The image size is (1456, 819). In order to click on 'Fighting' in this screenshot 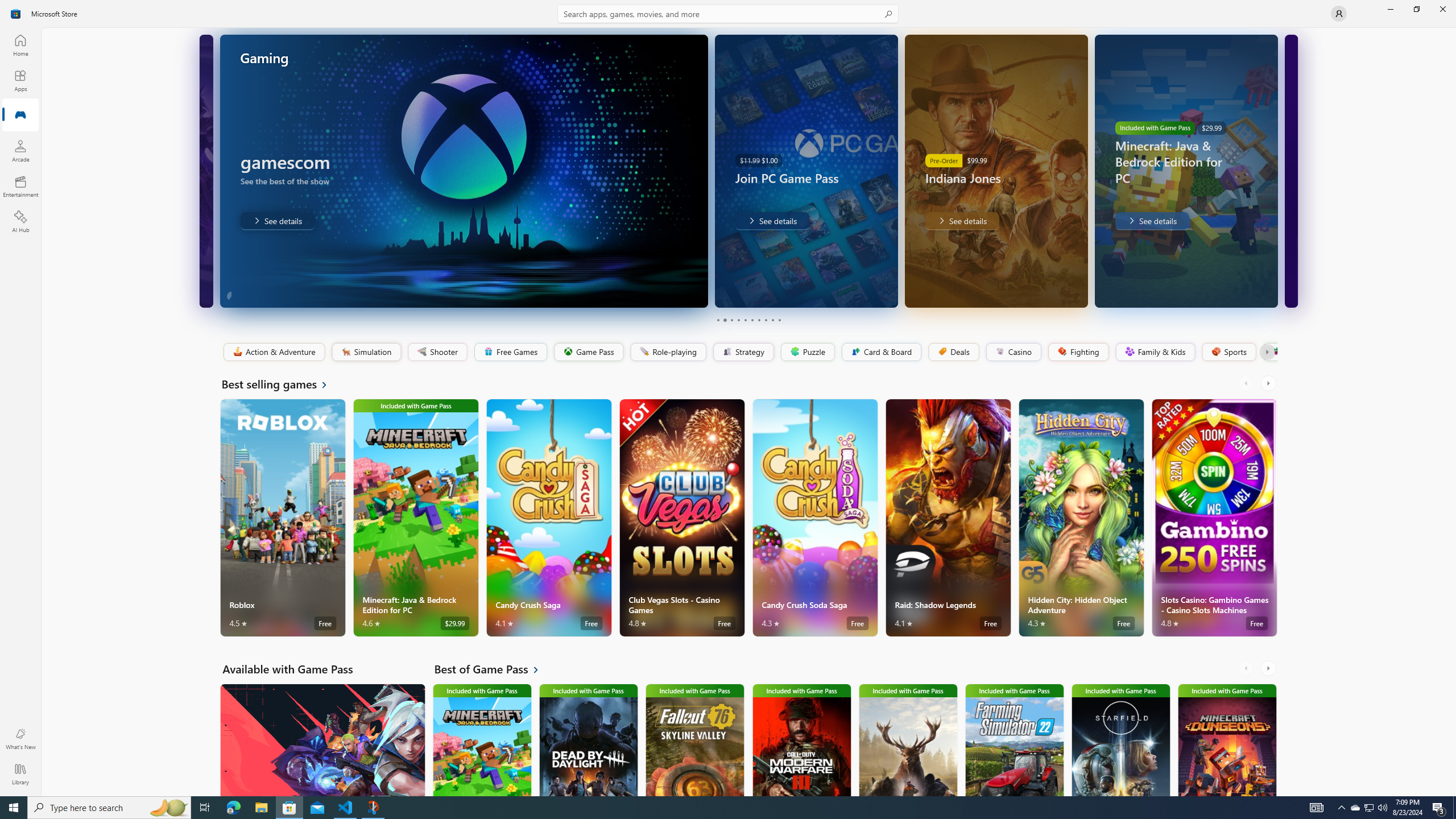, I will do `click(1078, 351)`.